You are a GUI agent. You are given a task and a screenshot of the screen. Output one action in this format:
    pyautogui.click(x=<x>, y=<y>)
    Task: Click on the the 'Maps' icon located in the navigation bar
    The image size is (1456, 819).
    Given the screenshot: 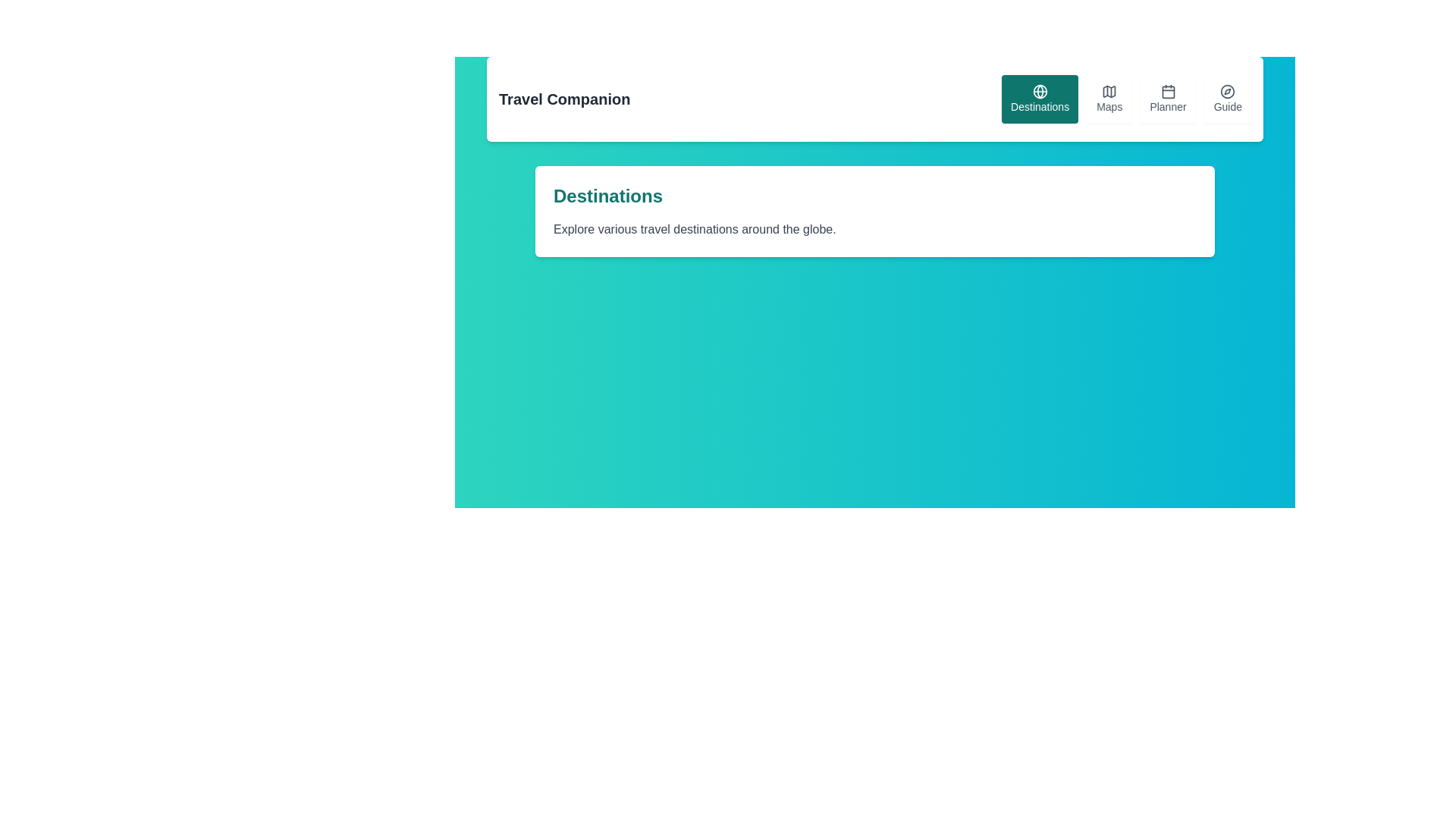 What is the action you would take?
    pyautogui.click(x=1109, y=91)
    